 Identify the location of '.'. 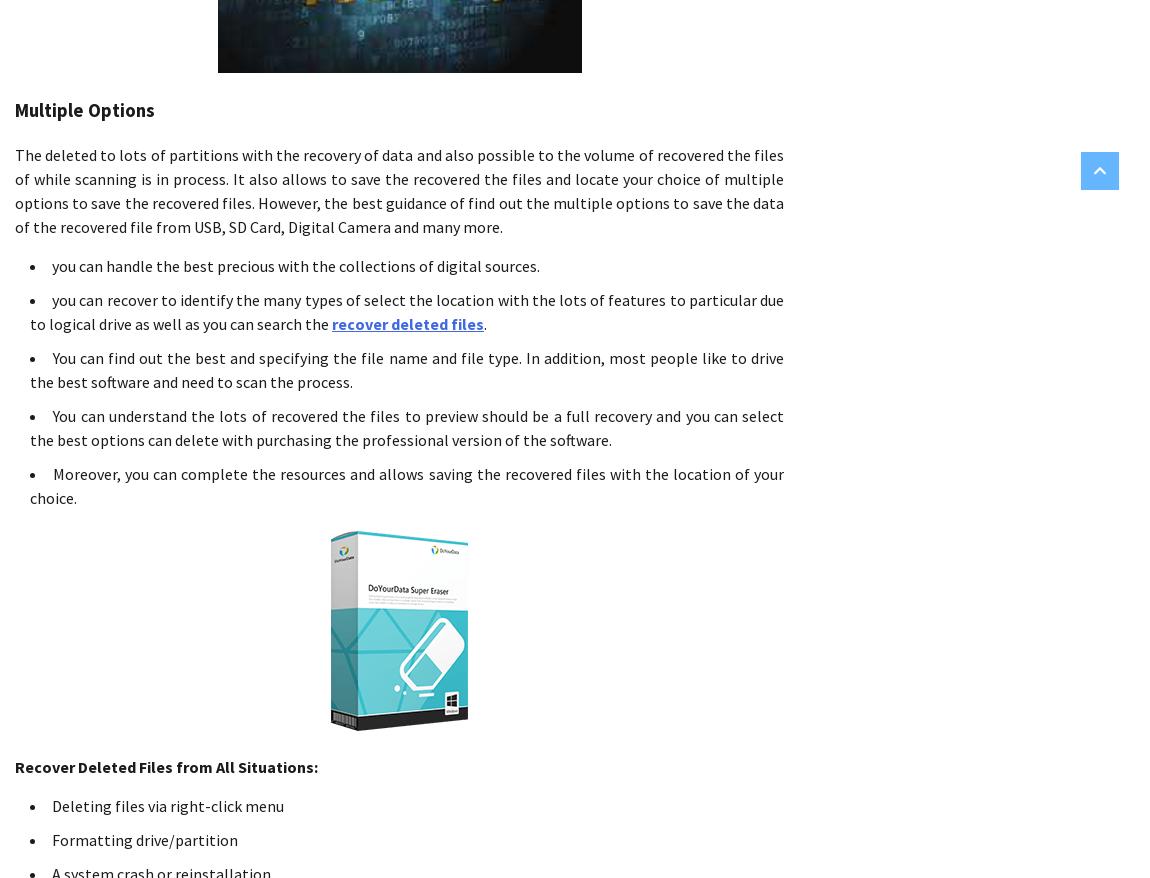
(485, 323).